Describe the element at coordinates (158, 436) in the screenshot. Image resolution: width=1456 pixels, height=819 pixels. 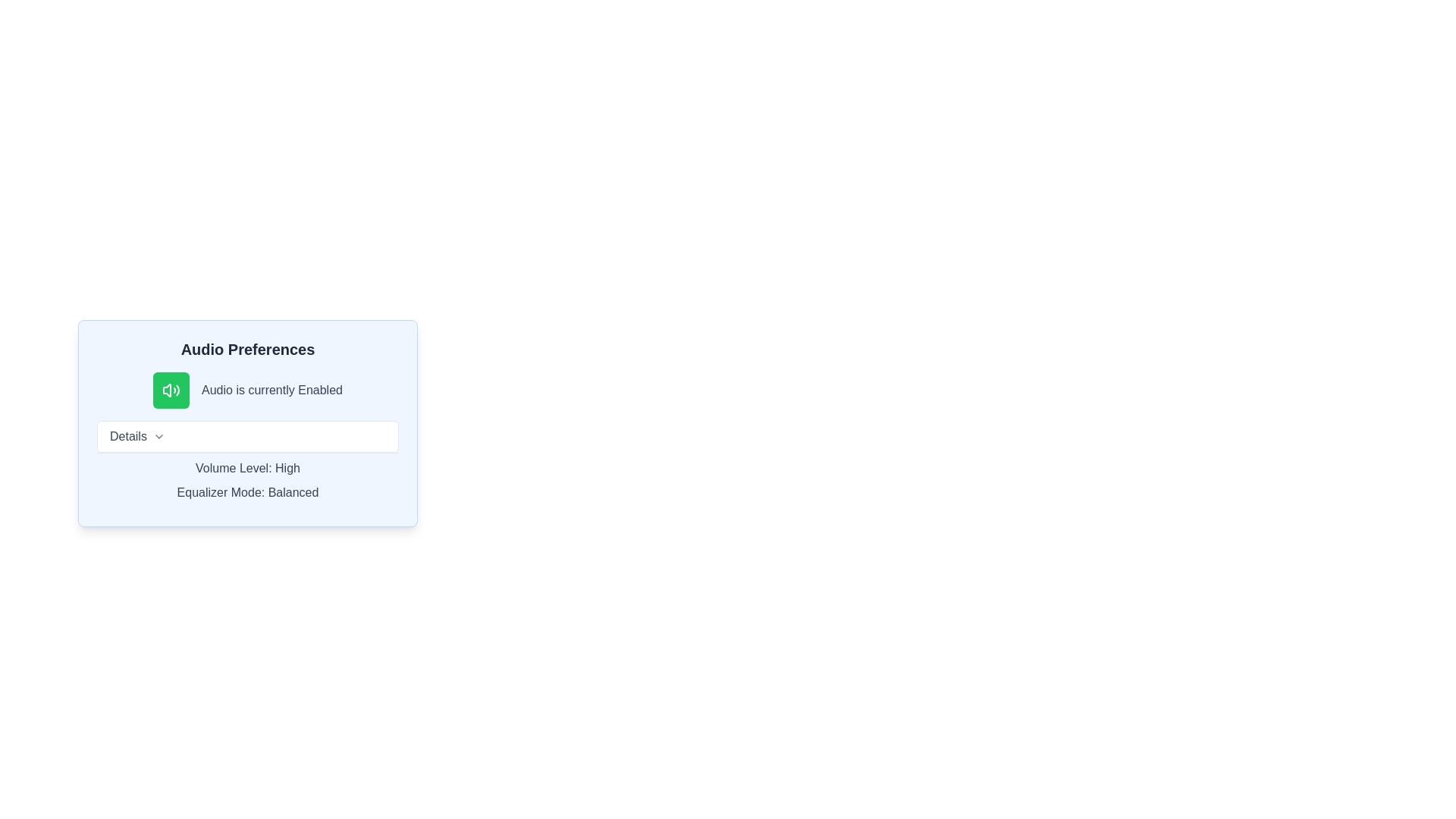
I see `the chevron down icon located on the right side of the 'Details' button` at that location.